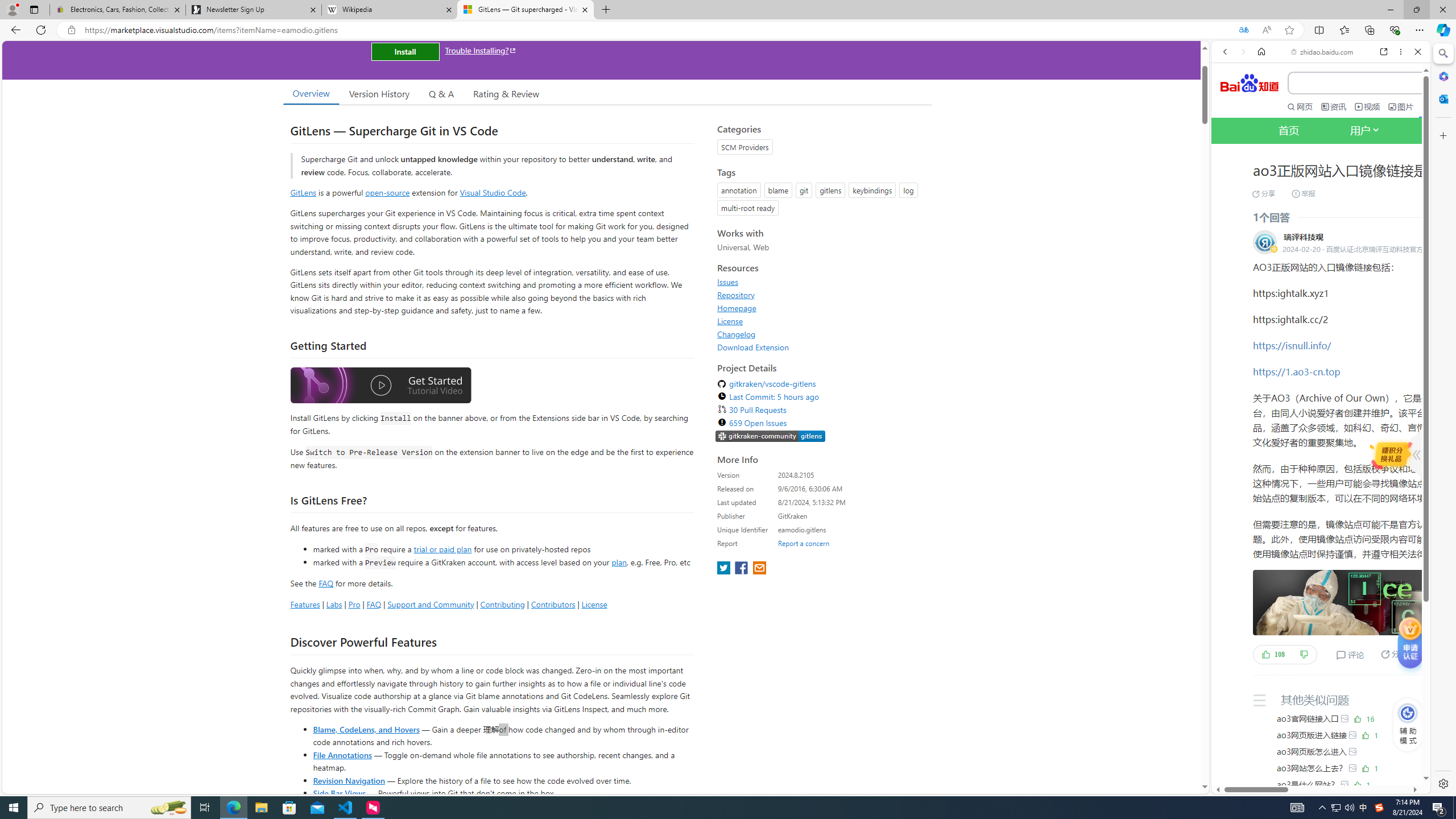 This screenshot has height=819, width=1456. What do you see at coordinates (1319, 329) in the screenshot?
I see `'English (US)'` at bounding box center [1319, 329].